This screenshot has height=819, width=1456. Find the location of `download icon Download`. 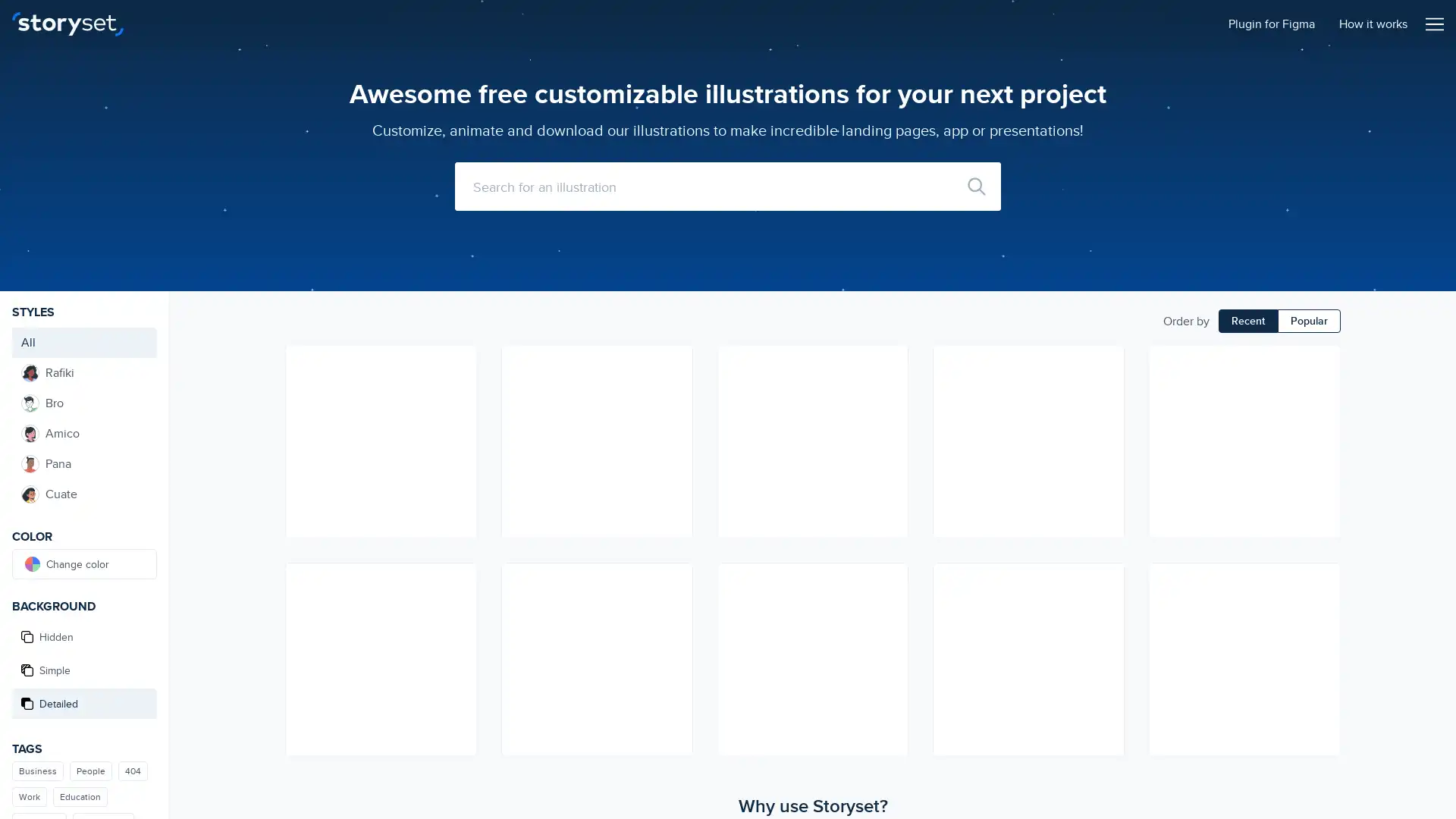

download icon Download is located at coordinates (673, 607).